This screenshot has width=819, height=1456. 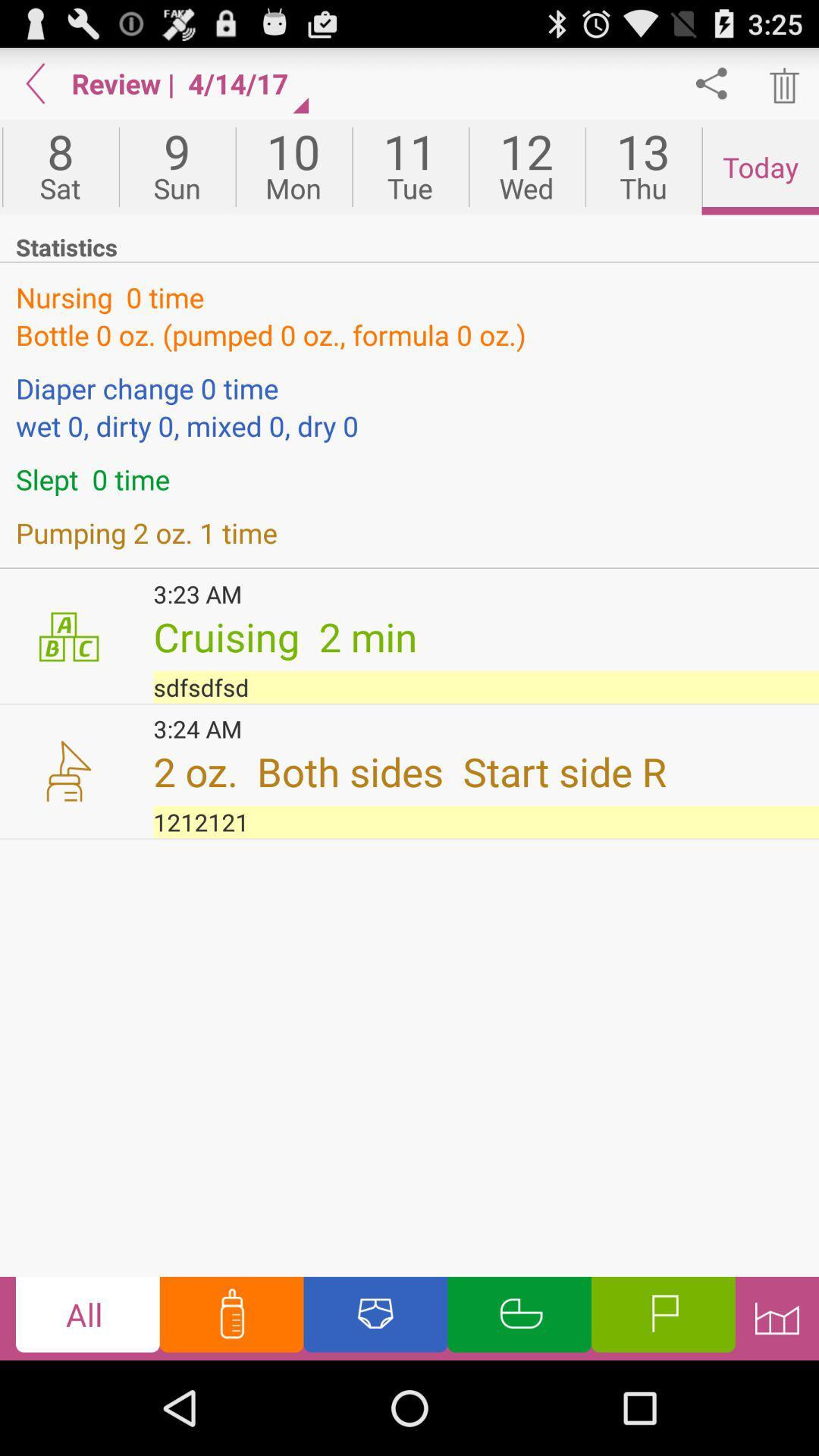 What do you see at coordinates (711, 89) in the screenshot?
I see `the share icon` at bounding box center [711, 89].